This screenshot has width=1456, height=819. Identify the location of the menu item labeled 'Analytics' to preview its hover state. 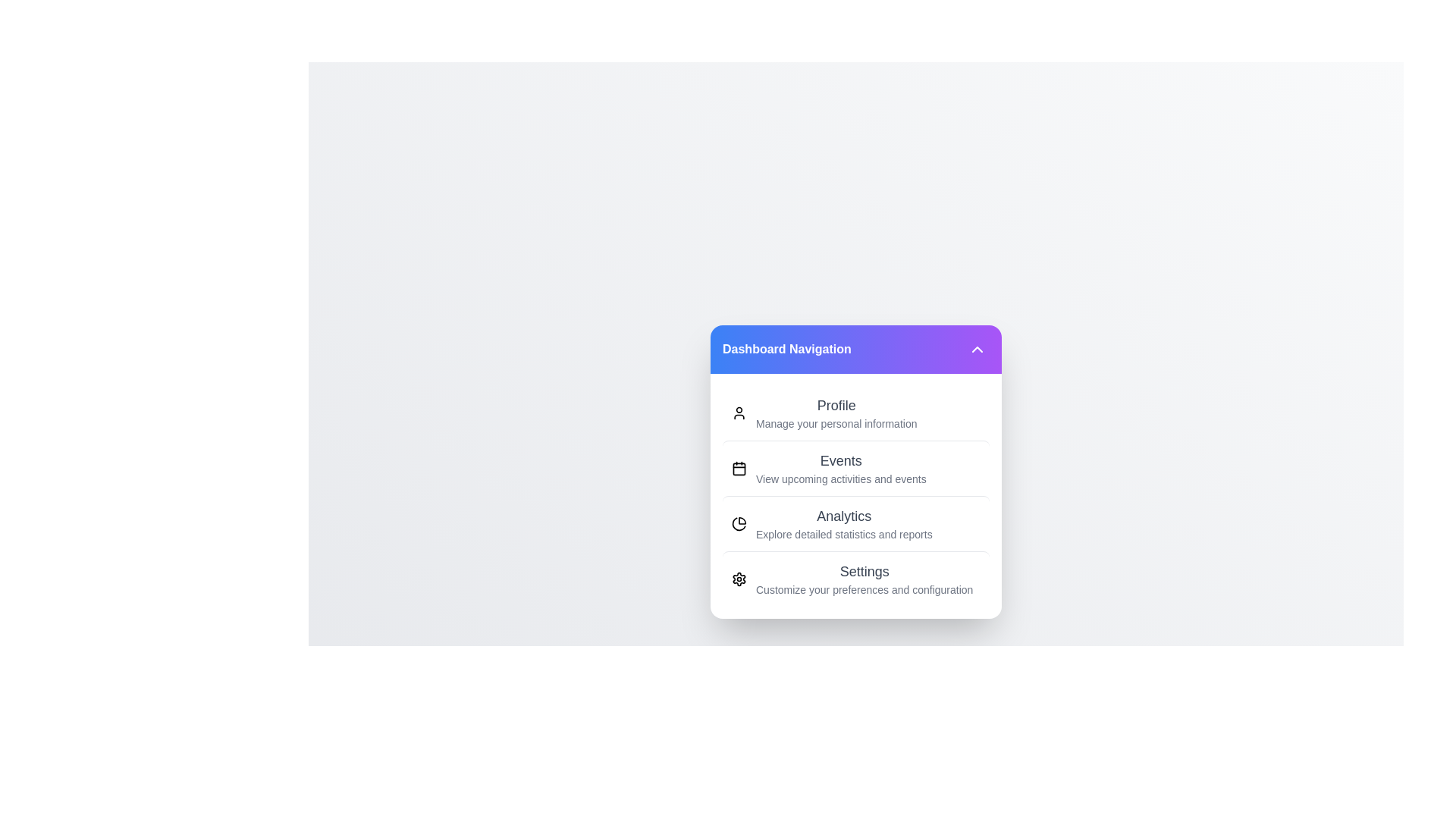
(855, 522).